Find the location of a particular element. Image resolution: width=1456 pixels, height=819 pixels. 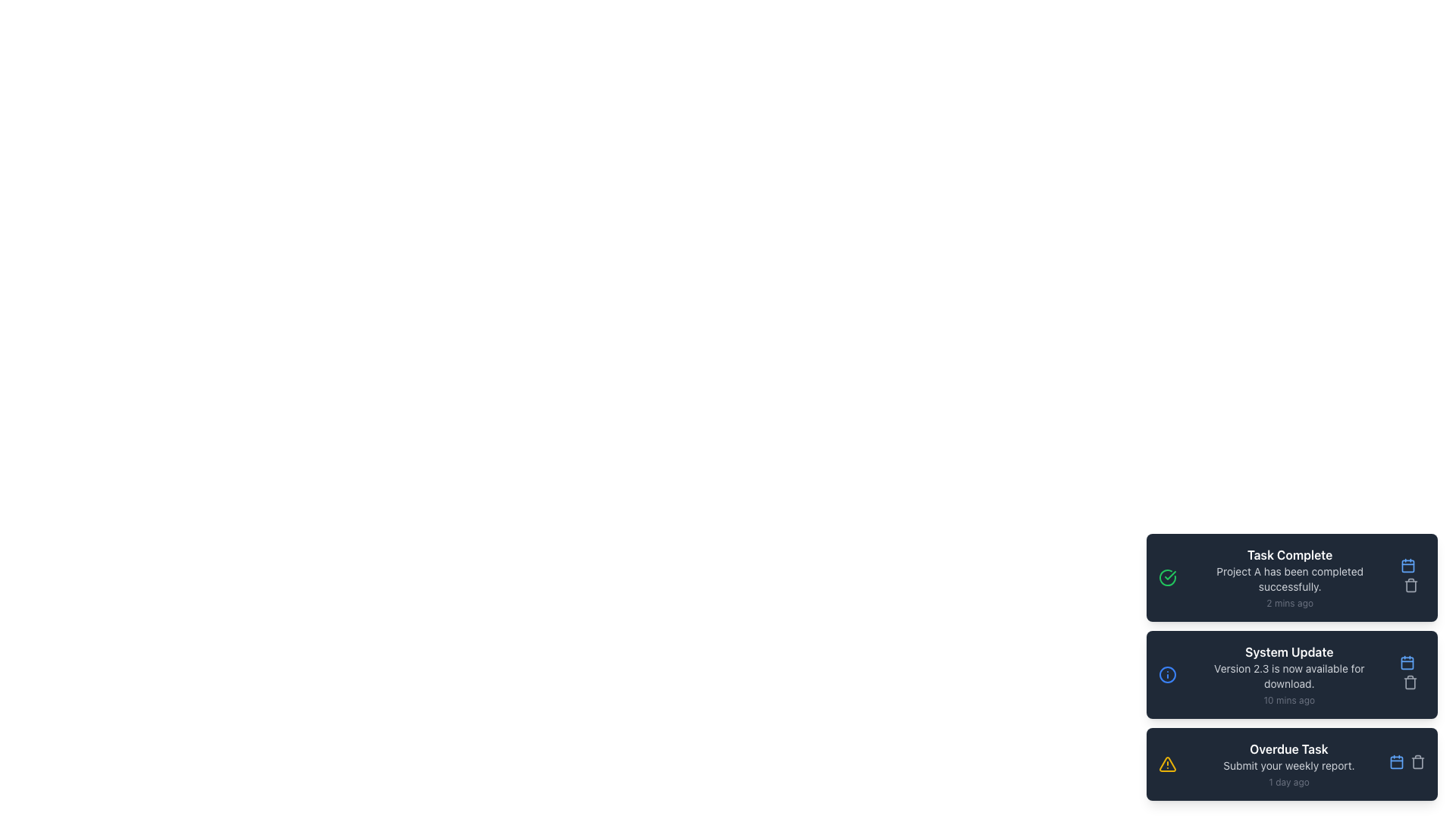

the blue calendar icon button located in the 'System Update' notification card on the right-hand side is located at coordinates (1407, 662).